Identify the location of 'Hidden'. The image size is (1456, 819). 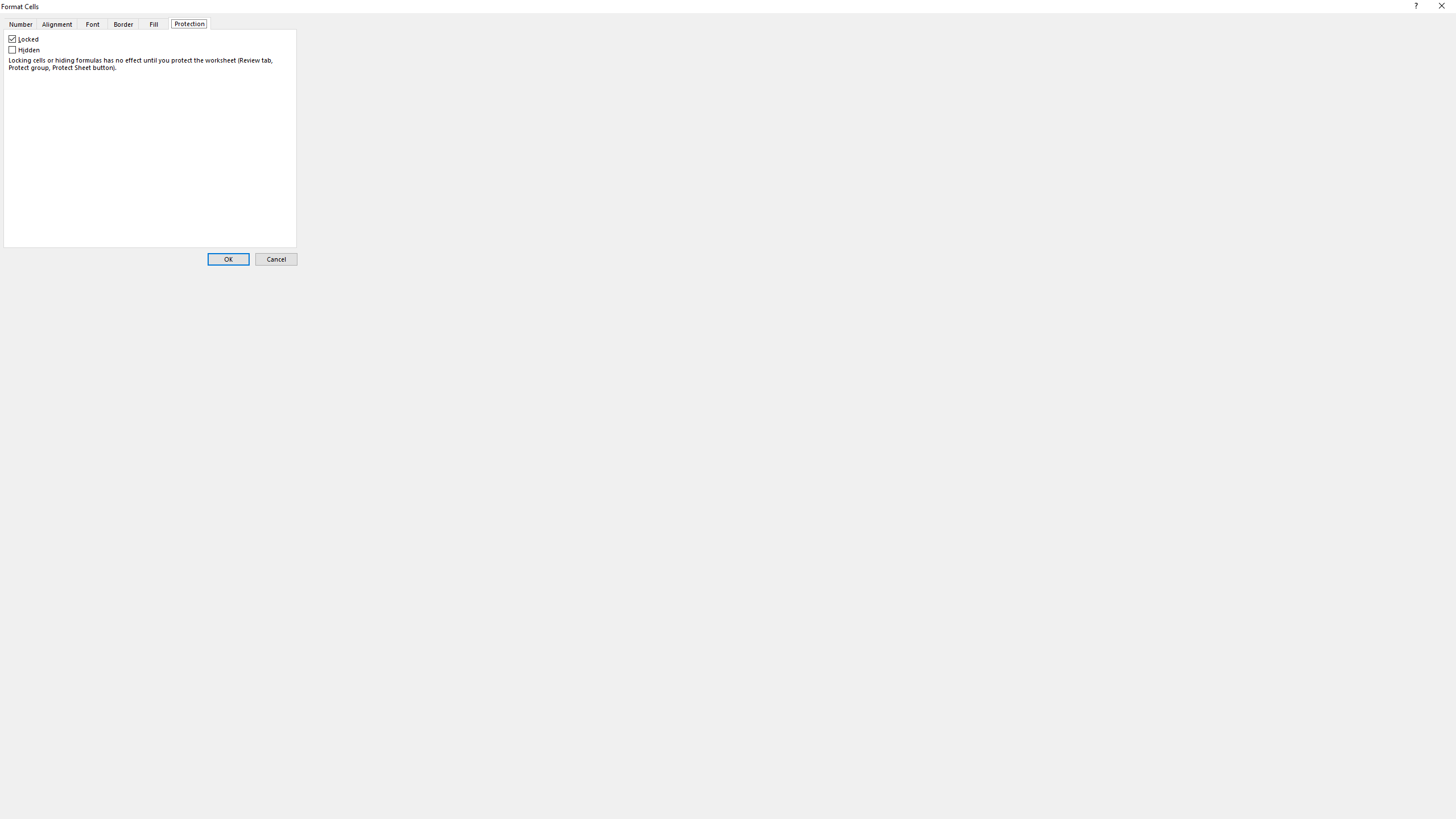
(25, 50).